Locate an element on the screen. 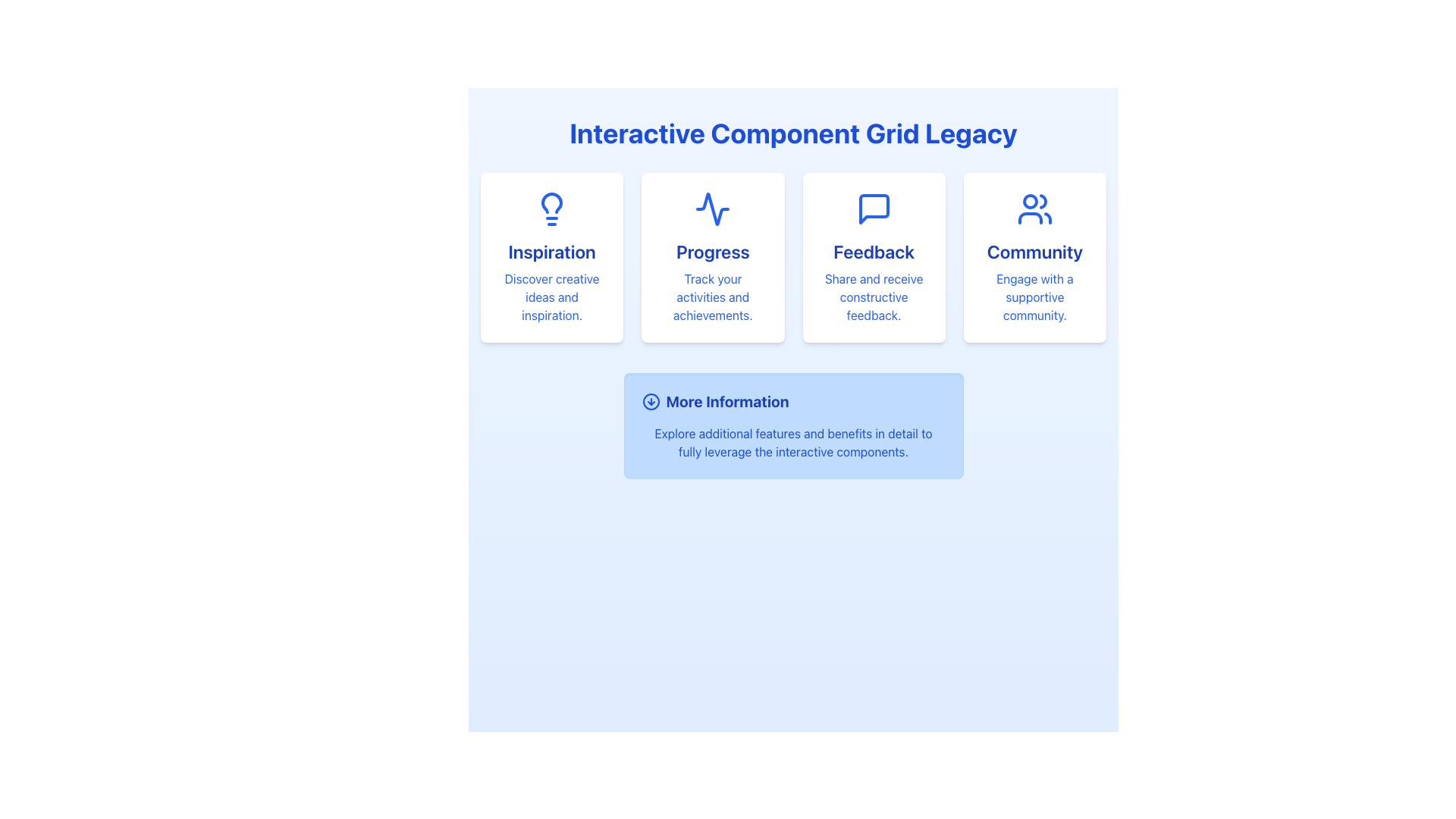  text content displayed in the text section styled in blue, centered within the 'Inspiration' card, which contains the text 'Discover creative ideas and inspiration.' is located at coordinates (551, 297).